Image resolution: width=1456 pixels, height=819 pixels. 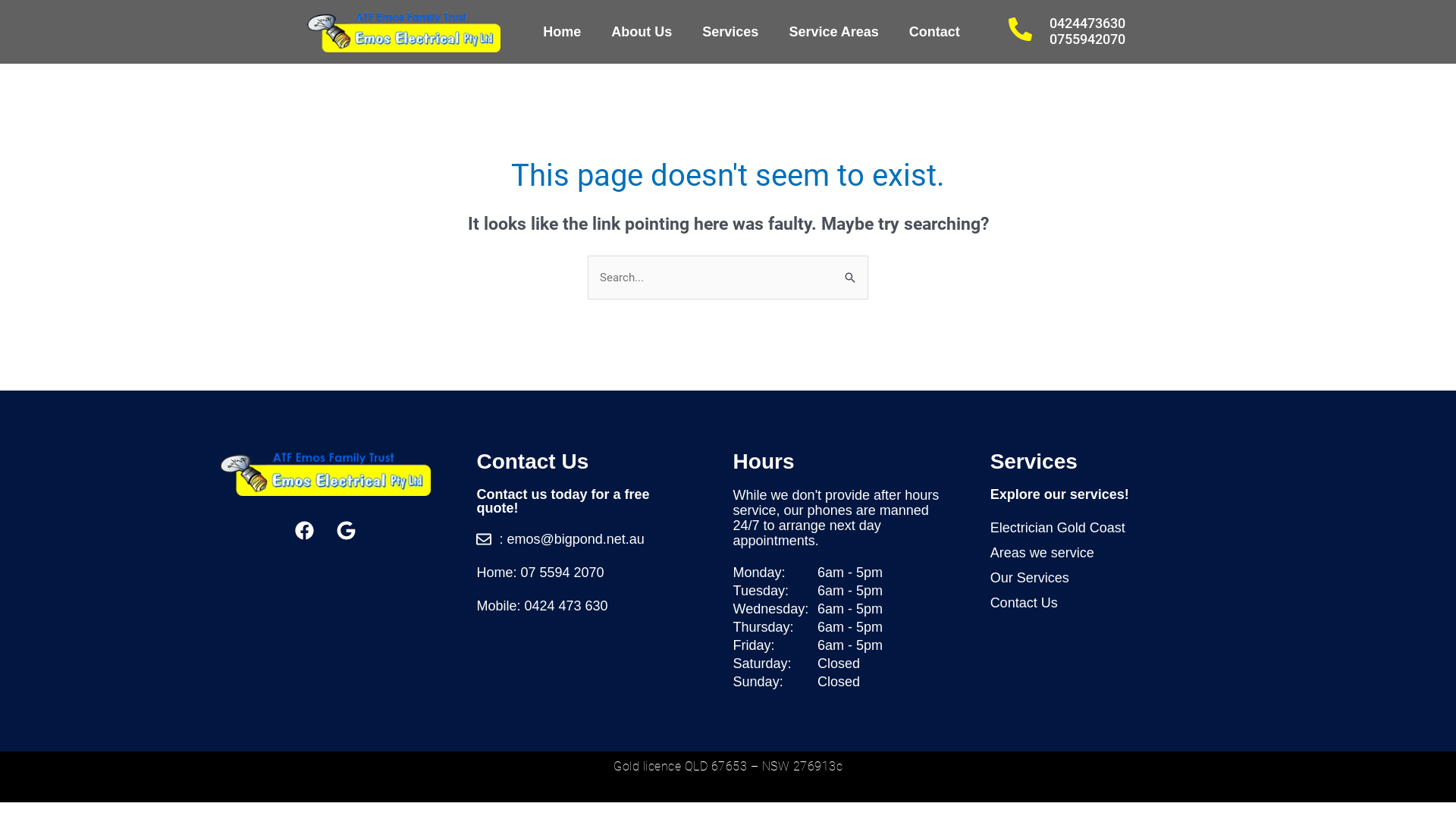 I want to click on '0424473630', so click(x=1087, y=23).